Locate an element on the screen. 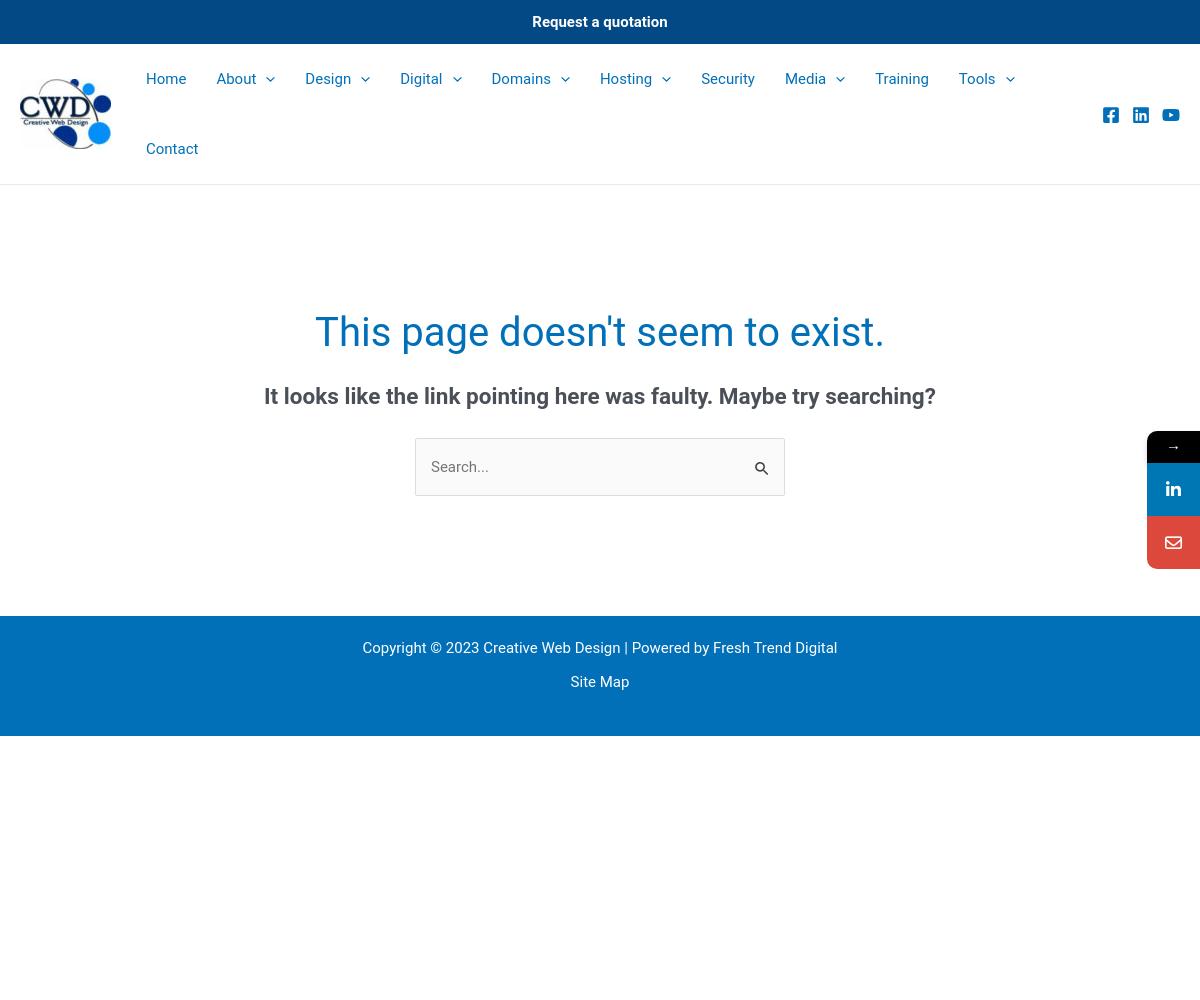  'About' is located at coordinates (235, 78).